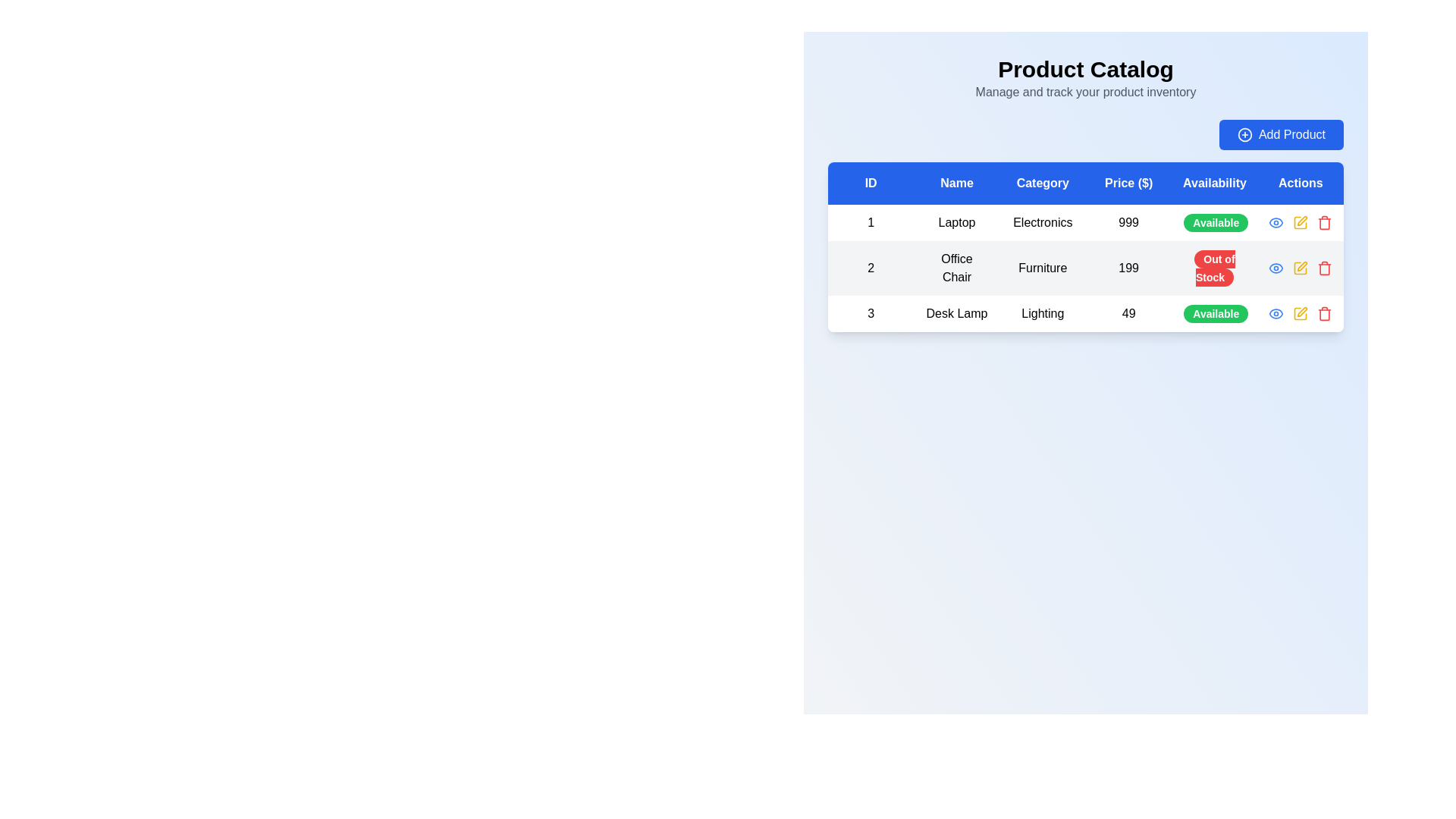 Image resolution: width=1456 pixels, height=819 pixels. I want to click on the blue eye icon button in the 'Actions' column of the second row, so click(1276, 268).